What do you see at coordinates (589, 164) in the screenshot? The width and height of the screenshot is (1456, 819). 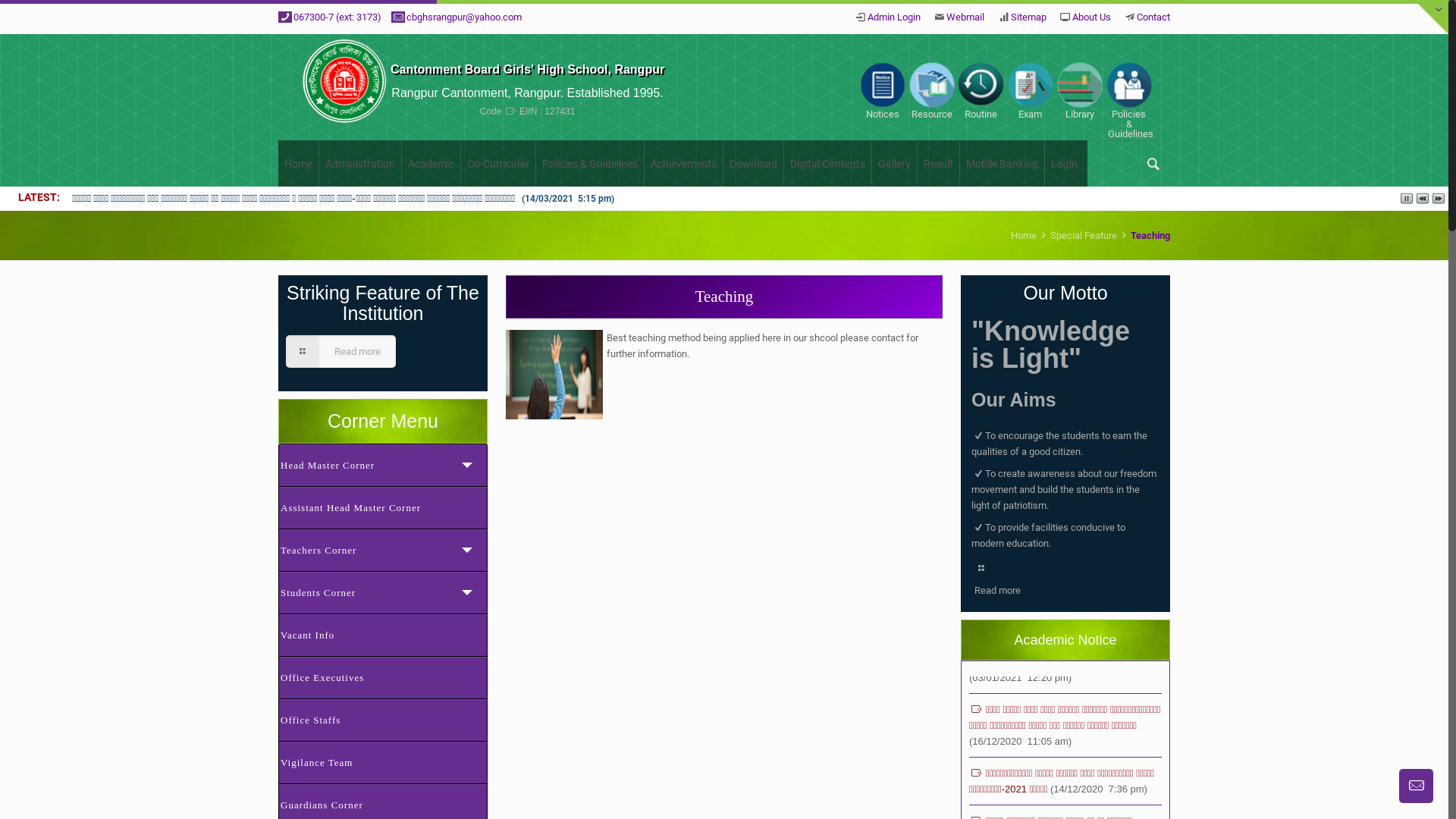 I see `'Policies & Guidelines'` at bounding box center [589, 164].